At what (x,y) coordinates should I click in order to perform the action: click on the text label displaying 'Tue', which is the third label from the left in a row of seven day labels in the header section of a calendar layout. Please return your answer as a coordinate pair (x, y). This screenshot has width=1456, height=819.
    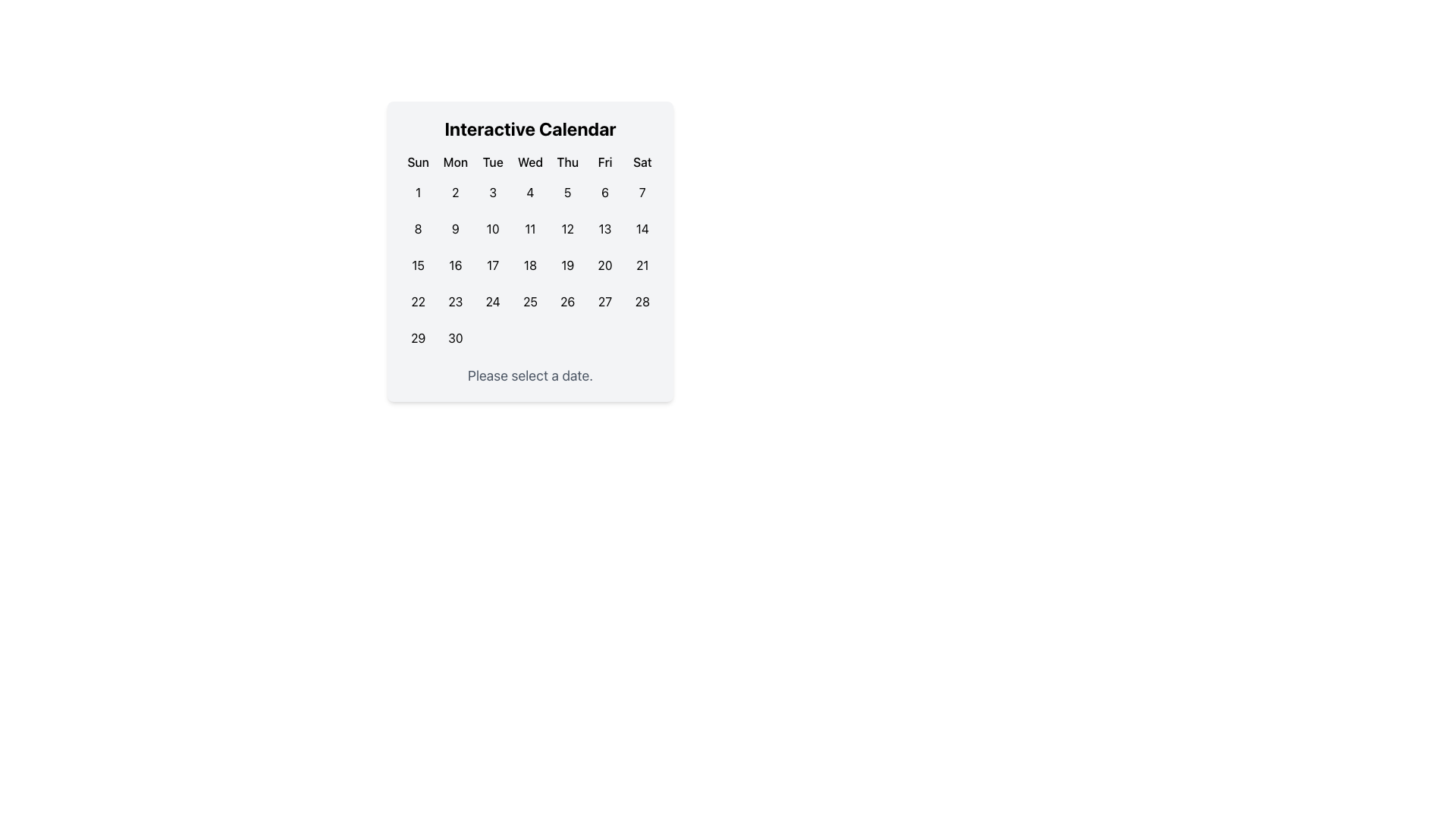
    Looking at the image, I should click on (493, 162).